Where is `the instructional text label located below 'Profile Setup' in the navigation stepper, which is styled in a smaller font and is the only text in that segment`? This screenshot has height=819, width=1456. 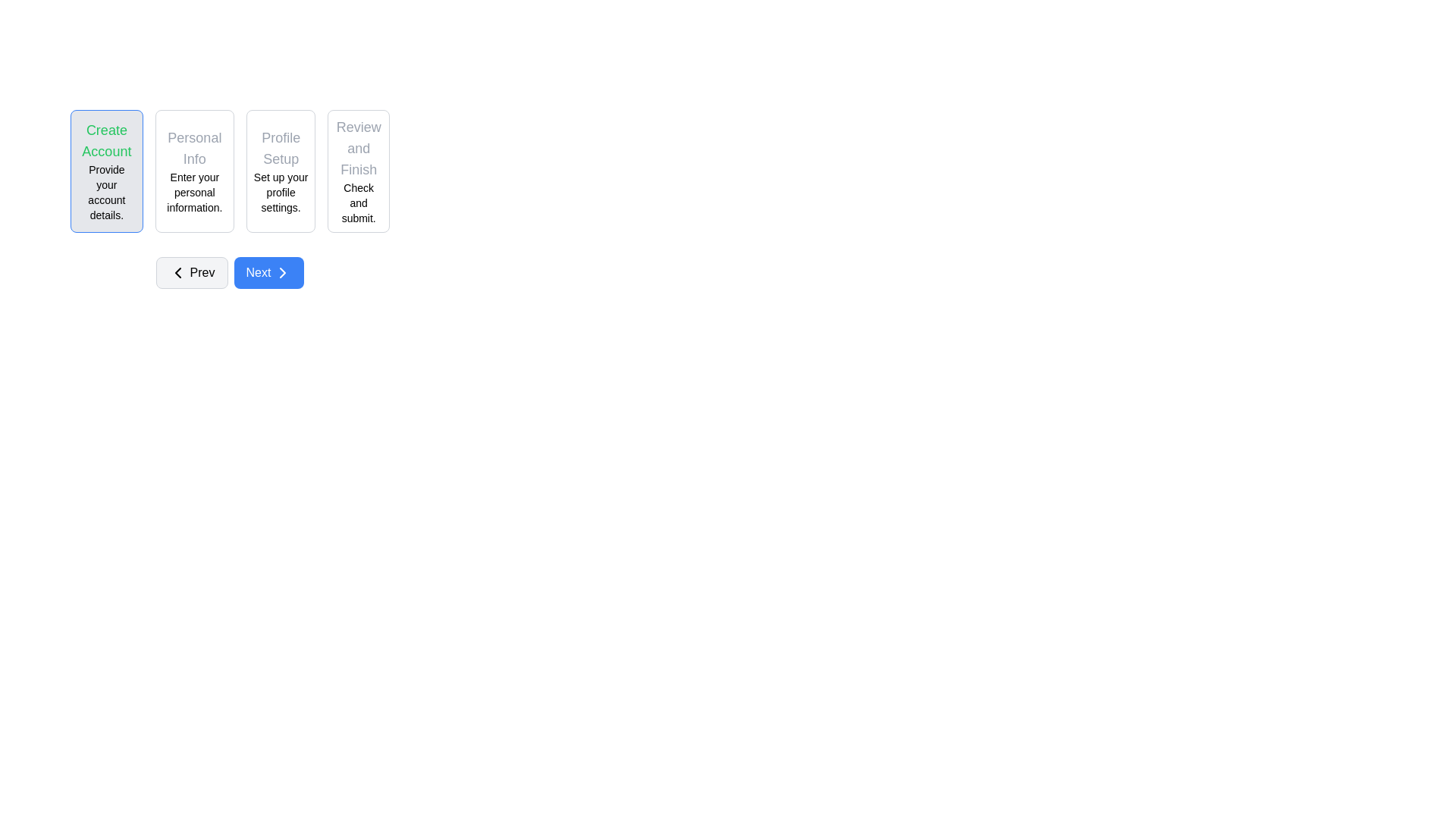
the instructional text label located below 'Profile Setup' in the navigation stepper, which is styled in a smaller font and is the only text in that segment is located at coordinates (281, 192).